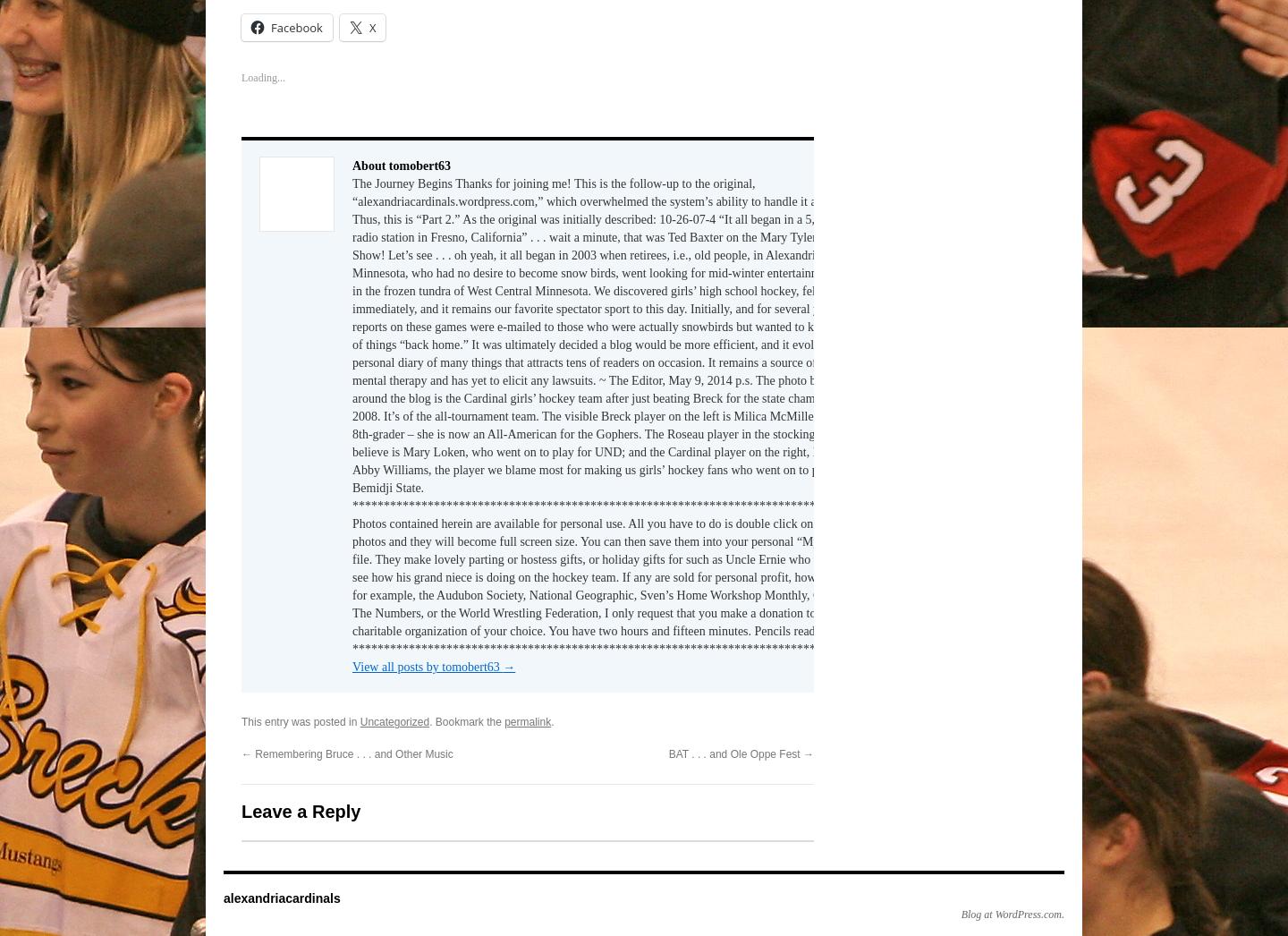 The width and height of the screenshot is (1288, 936). What do you see at coordinates (222, 894) in the screenshot?
I see `'alexandriacardinals'` at bounding box center [222, 894].